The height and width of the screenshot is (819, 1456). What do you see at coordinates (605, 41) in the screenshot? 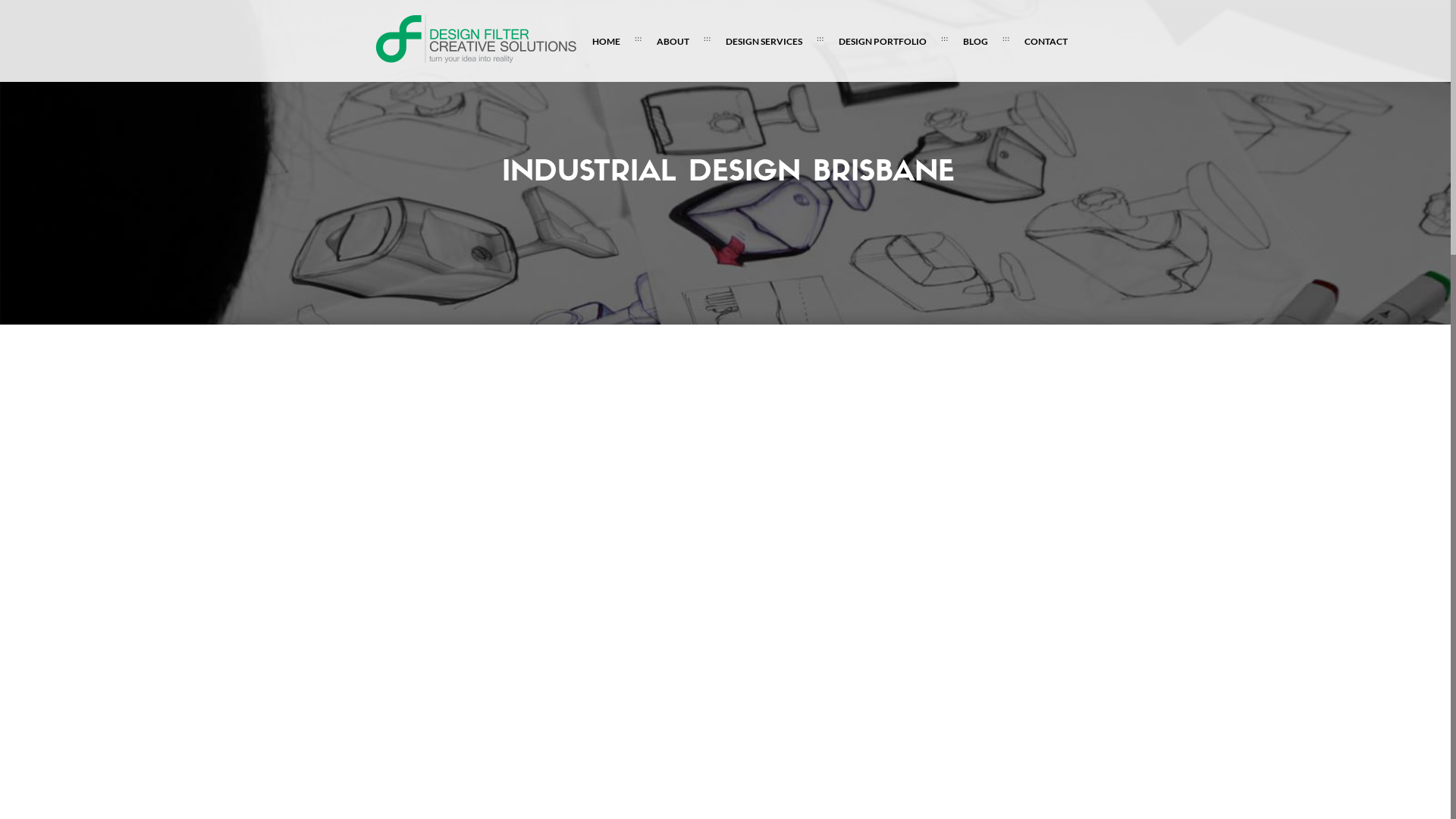
I see `'HOME'` at bounding box center [605, 41].